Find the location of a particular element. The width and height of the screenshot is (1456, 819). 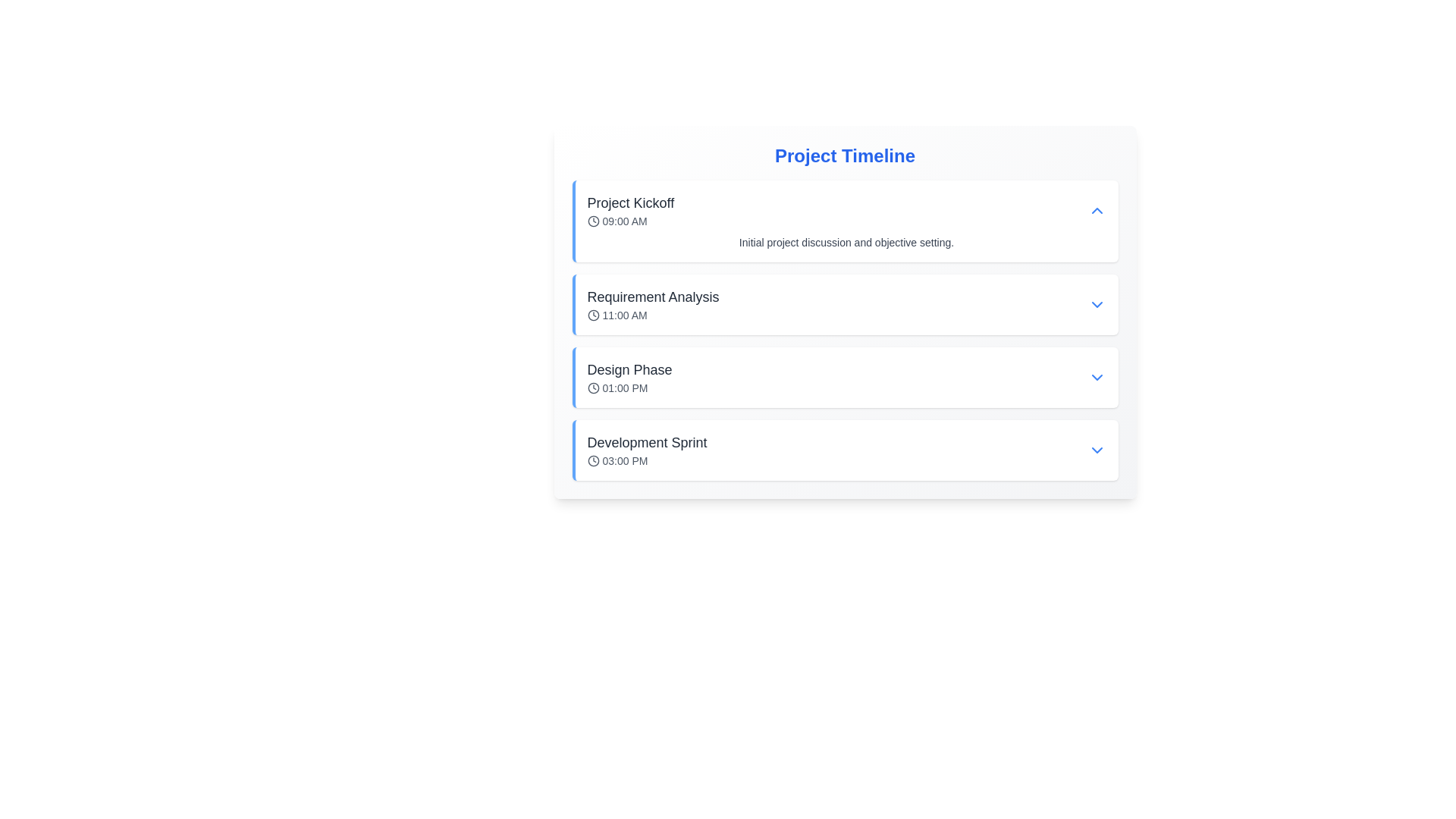

the dropdown of the fourth entry in the Project Timeline titled 'Development Sprint' is located at coordinates (846, 450).